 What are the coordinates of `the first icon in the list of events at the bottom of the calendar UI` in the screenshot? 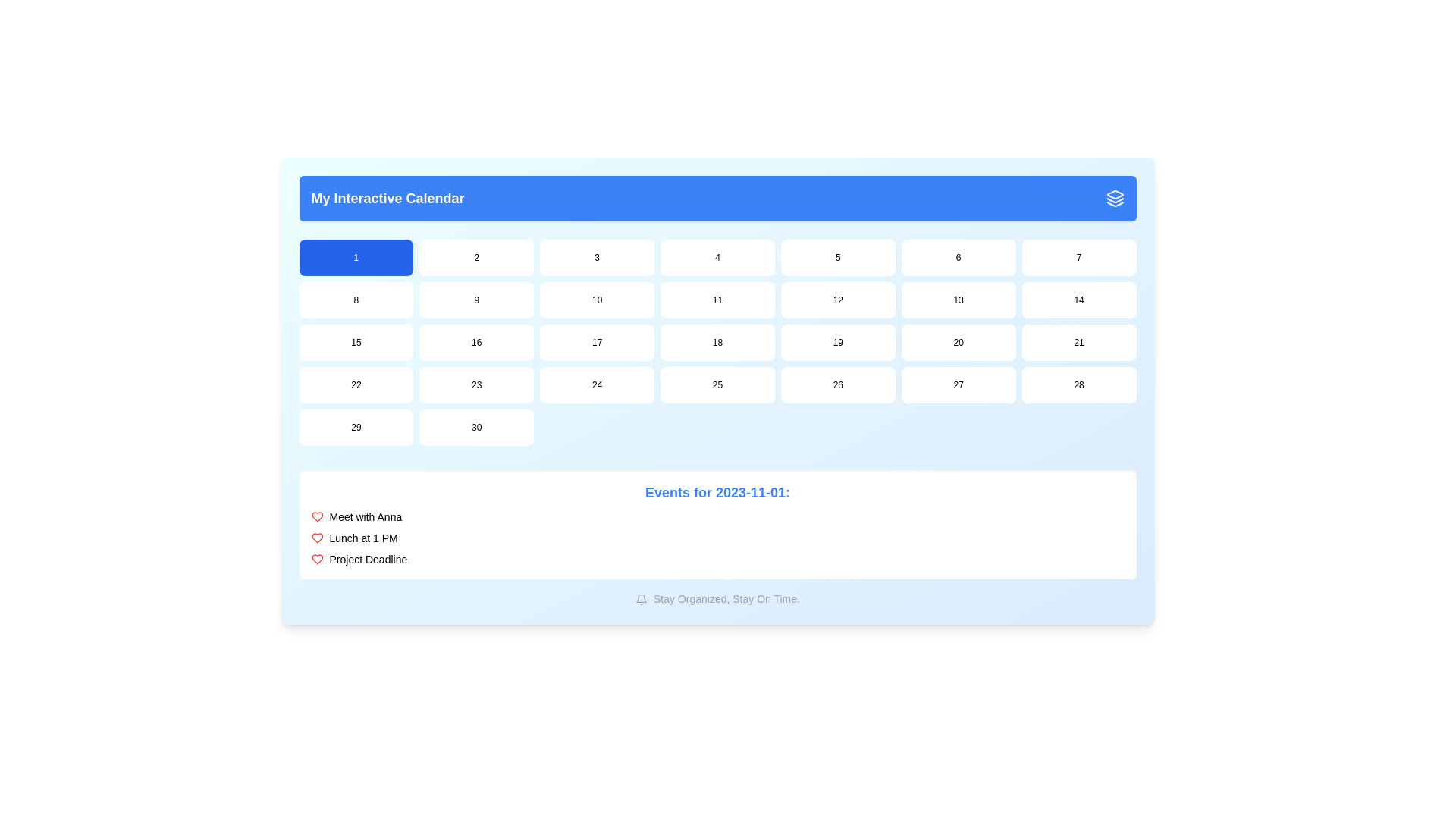 It's located at (316, 516).